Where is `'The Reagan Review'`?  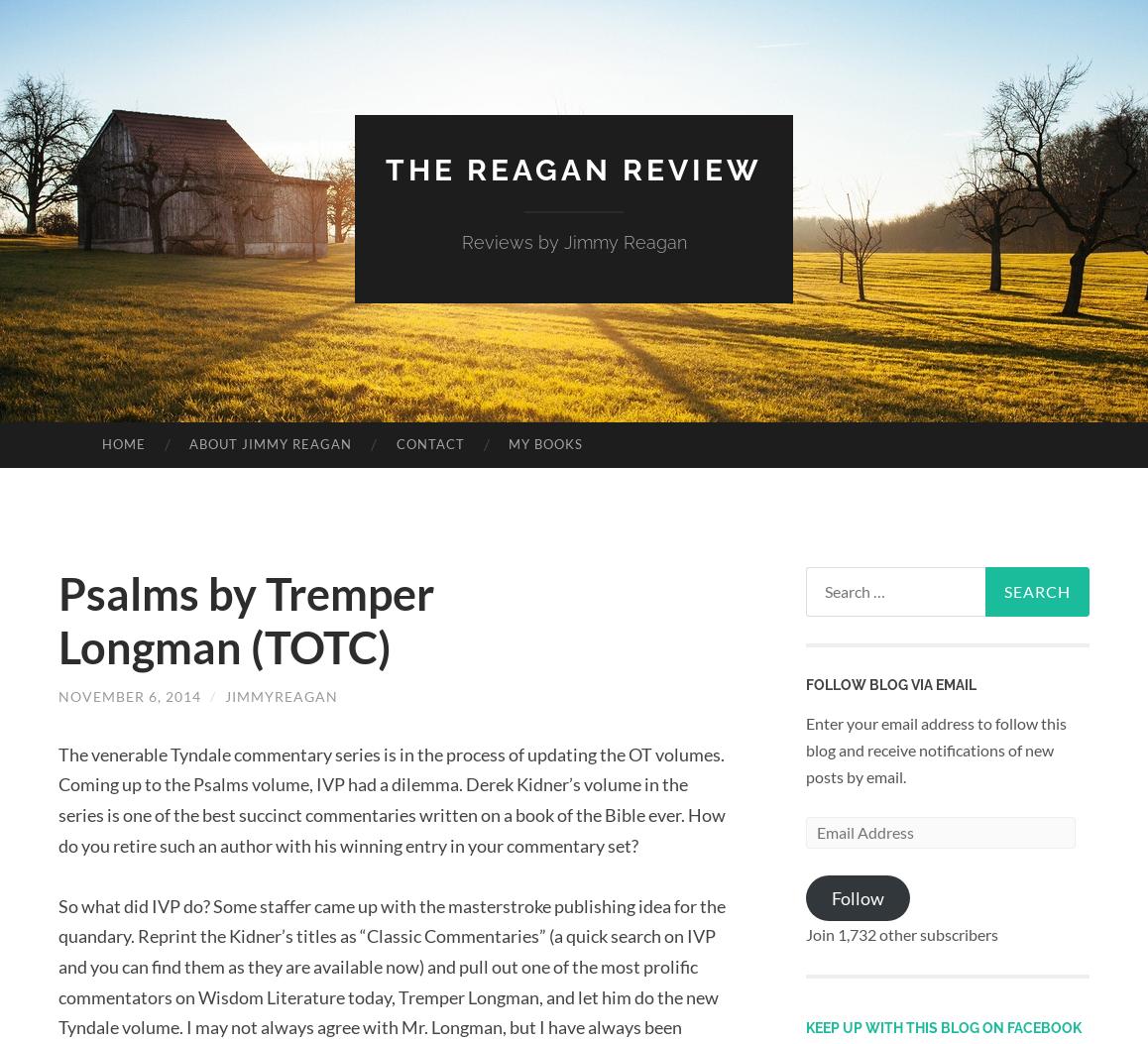 'The Reagan Review' is located at coordinates (574, 169).